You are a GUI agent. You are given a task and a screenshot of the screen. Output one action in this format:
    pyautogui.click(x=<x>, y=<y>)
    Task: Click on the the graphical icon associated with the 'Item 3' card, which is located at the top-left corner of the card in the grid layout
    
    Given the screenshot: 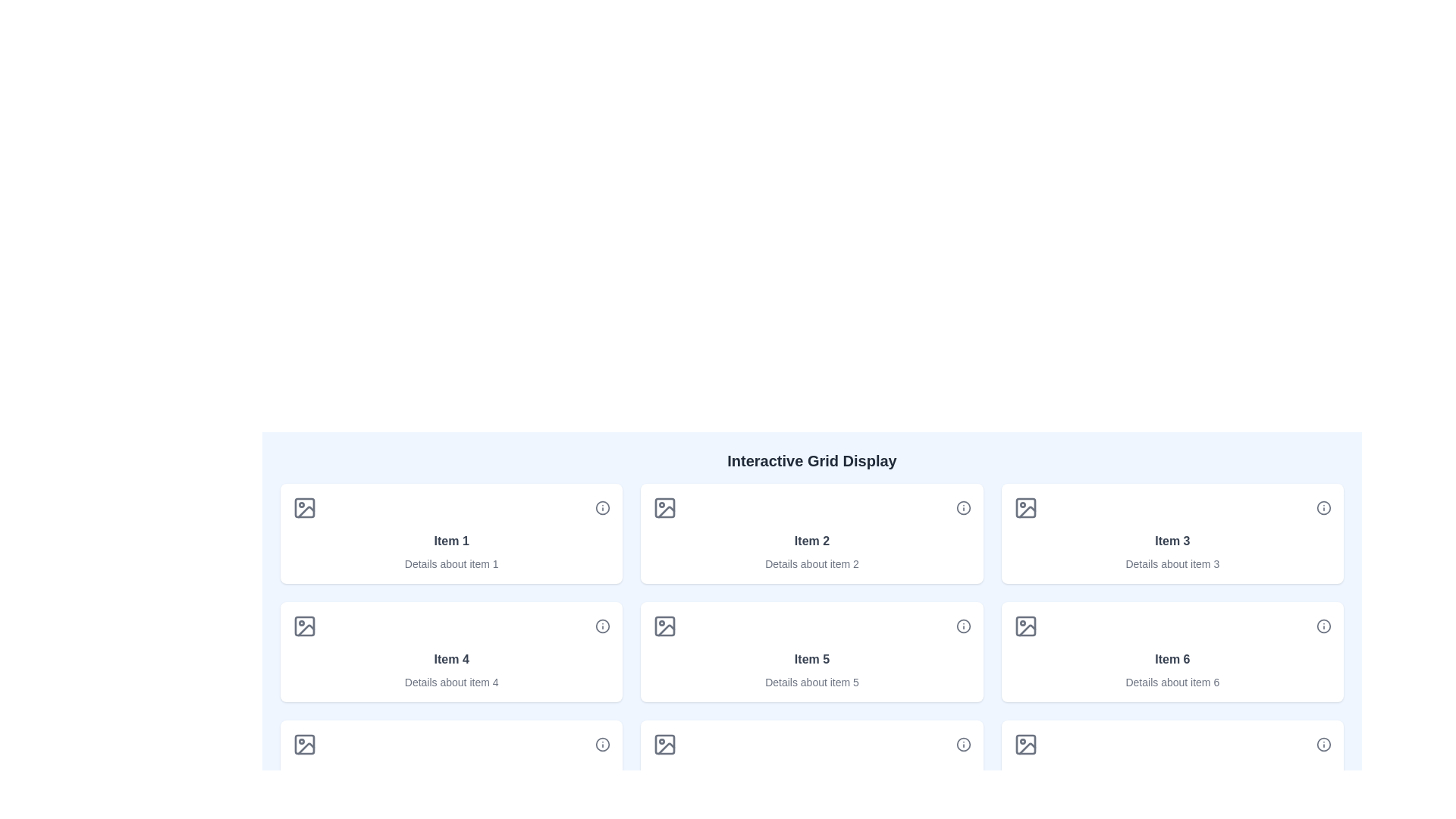 What is the action you would take?
    pyautogui.click(x=1025, y=508)
    